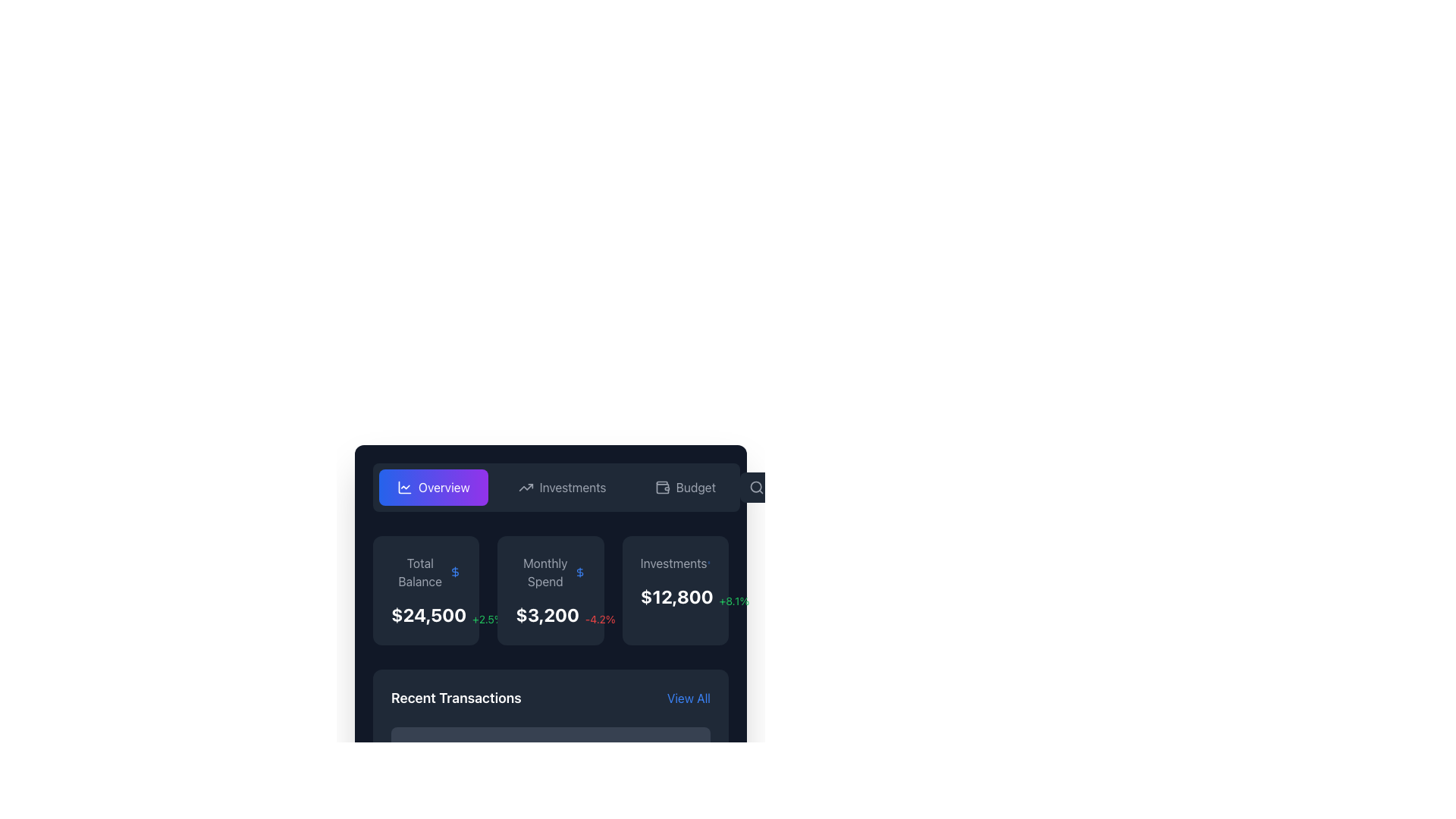 The image size is (1456, 819). I want to click on text label that describes the associated monetary value and percentage below, located at the upper section of the card, so click(545, 573).